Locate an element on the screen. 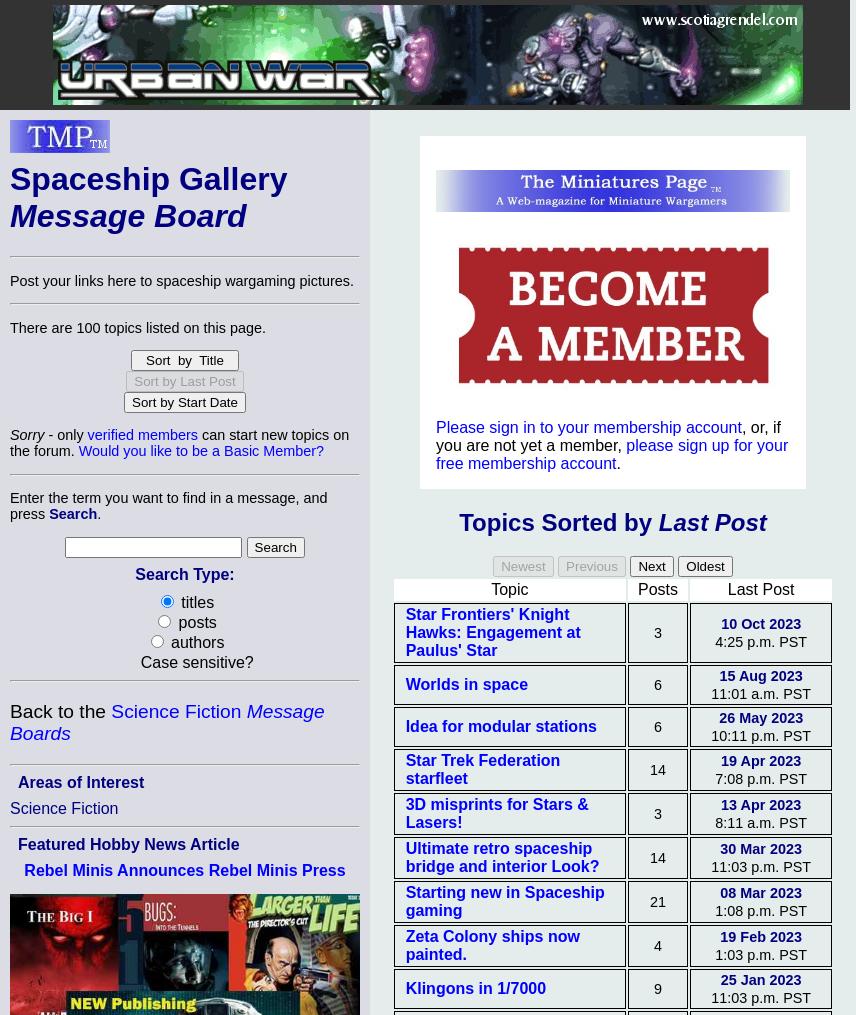 Image resolution: width=856 pixels, height=1015 pixels. '- only' is located at coordinates (42, 435).